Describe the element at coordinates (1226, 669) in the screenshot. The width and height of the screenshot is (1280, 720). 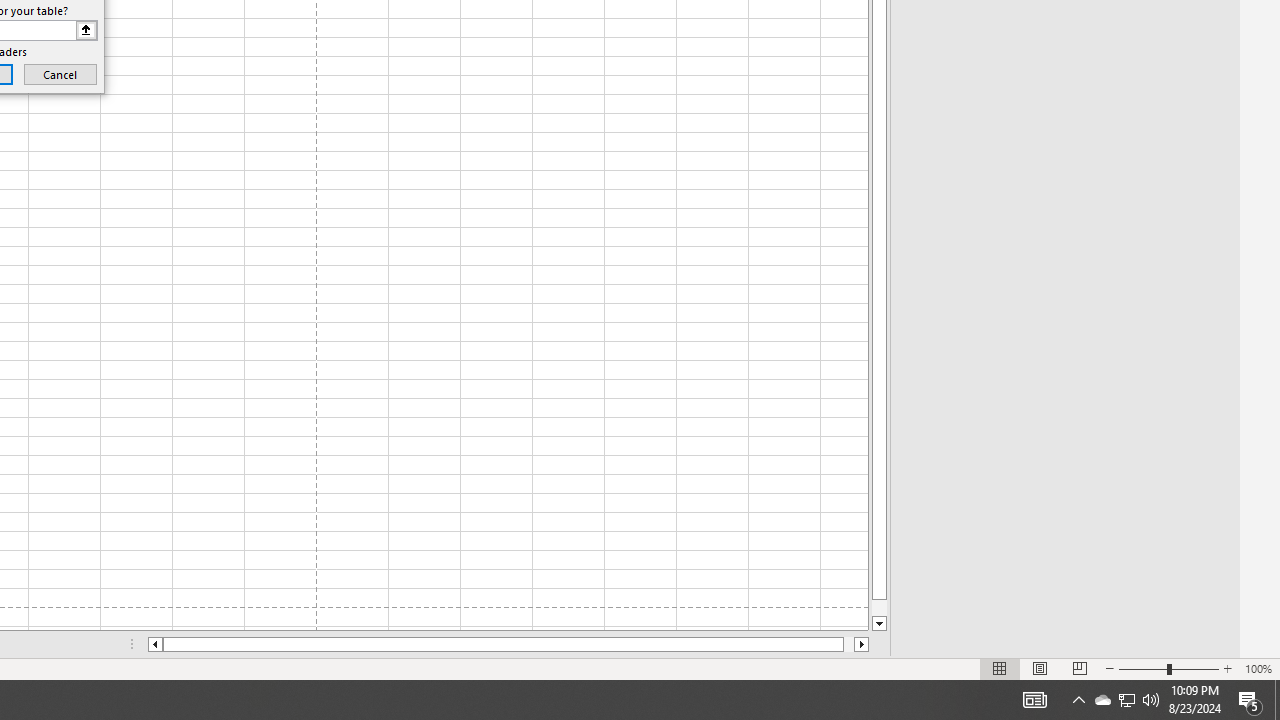
I see `'Zoom In'` at that location.